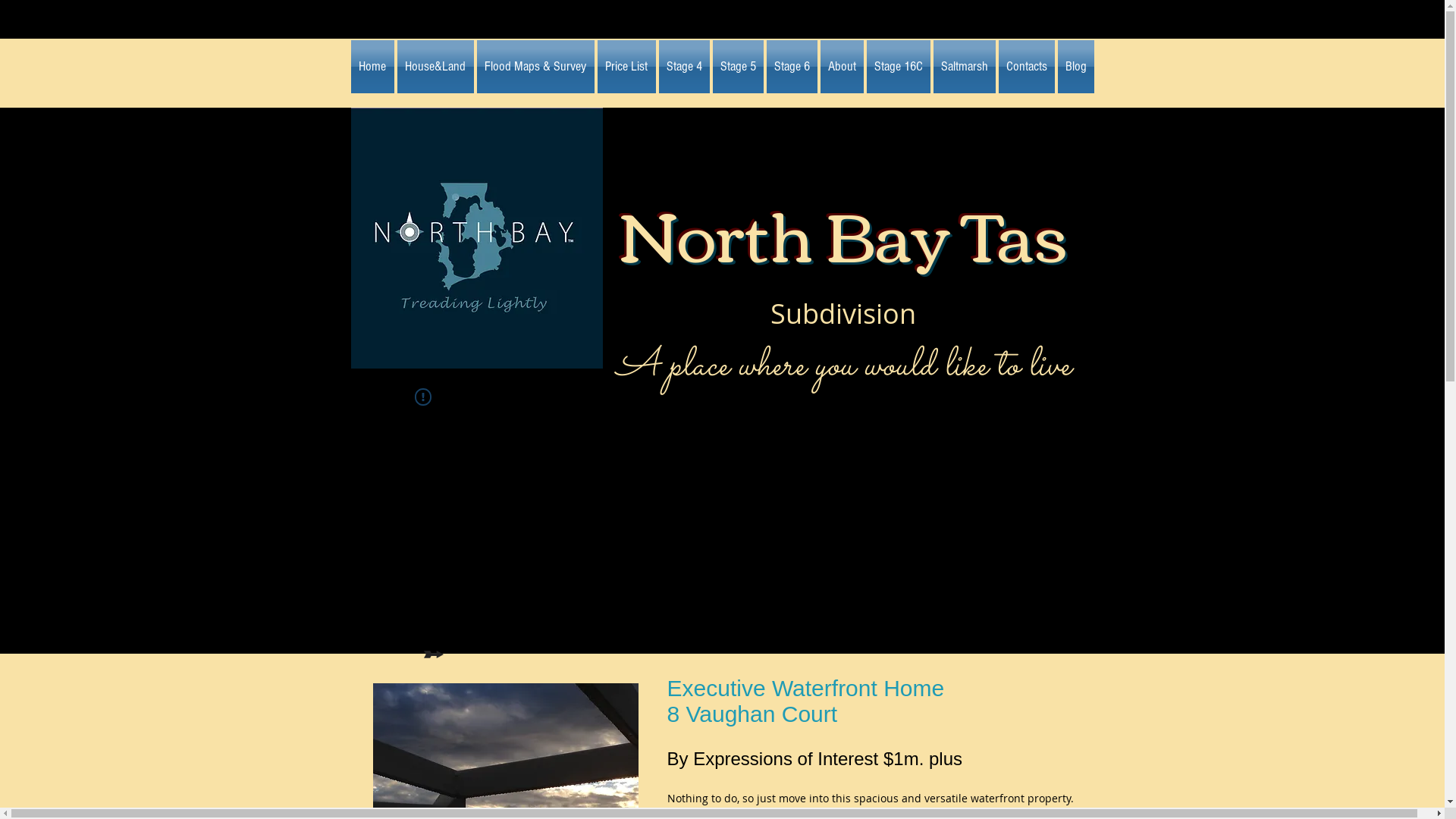  Describe the element at coordinates (435, 66) in the screenshot. I see `'House&Land'` at that location.